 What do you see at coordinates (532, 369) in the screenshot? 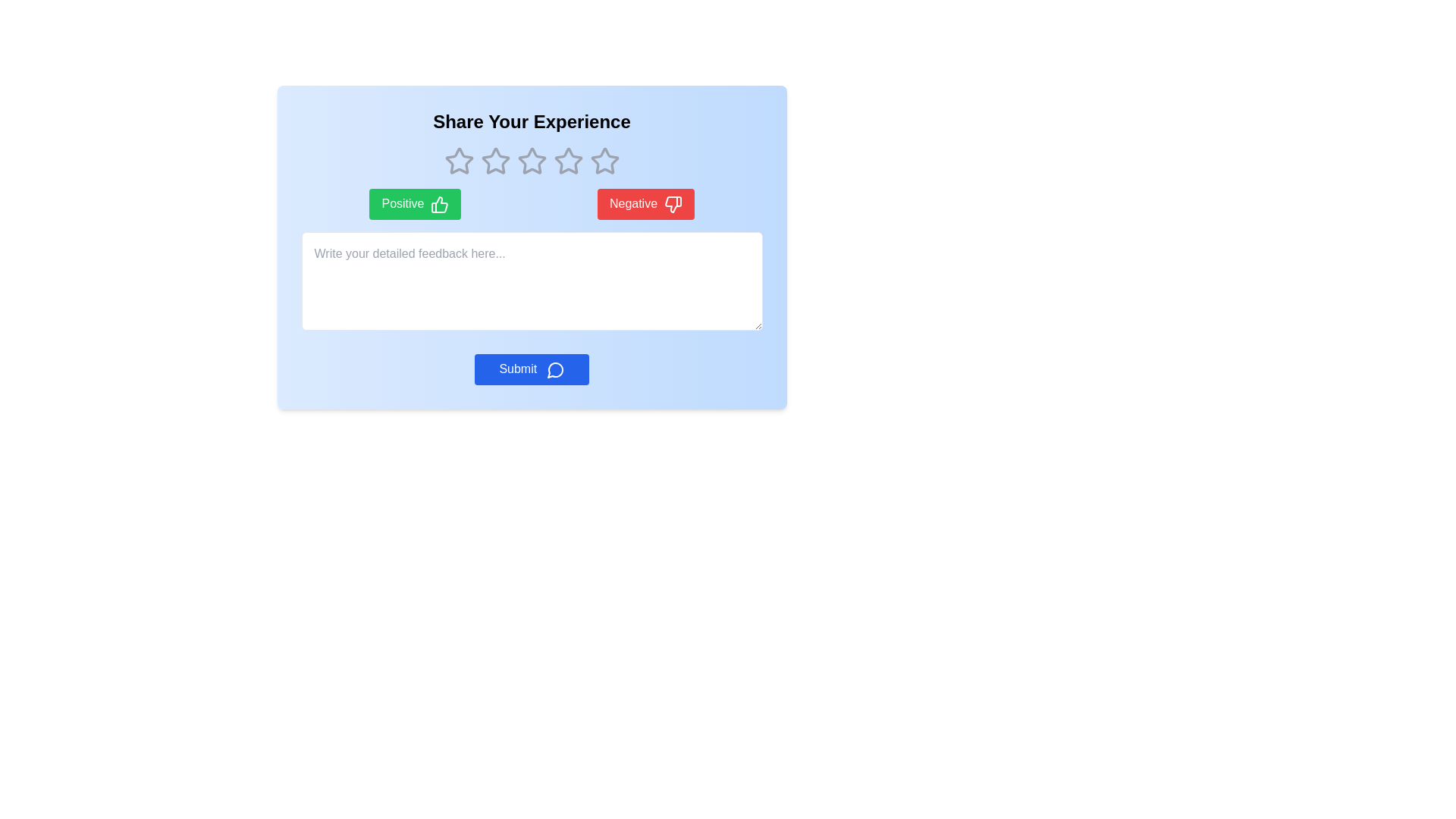
I see `the feedback submission button located at the bottom of the feedback form interface` at bounding box center [532, 369].